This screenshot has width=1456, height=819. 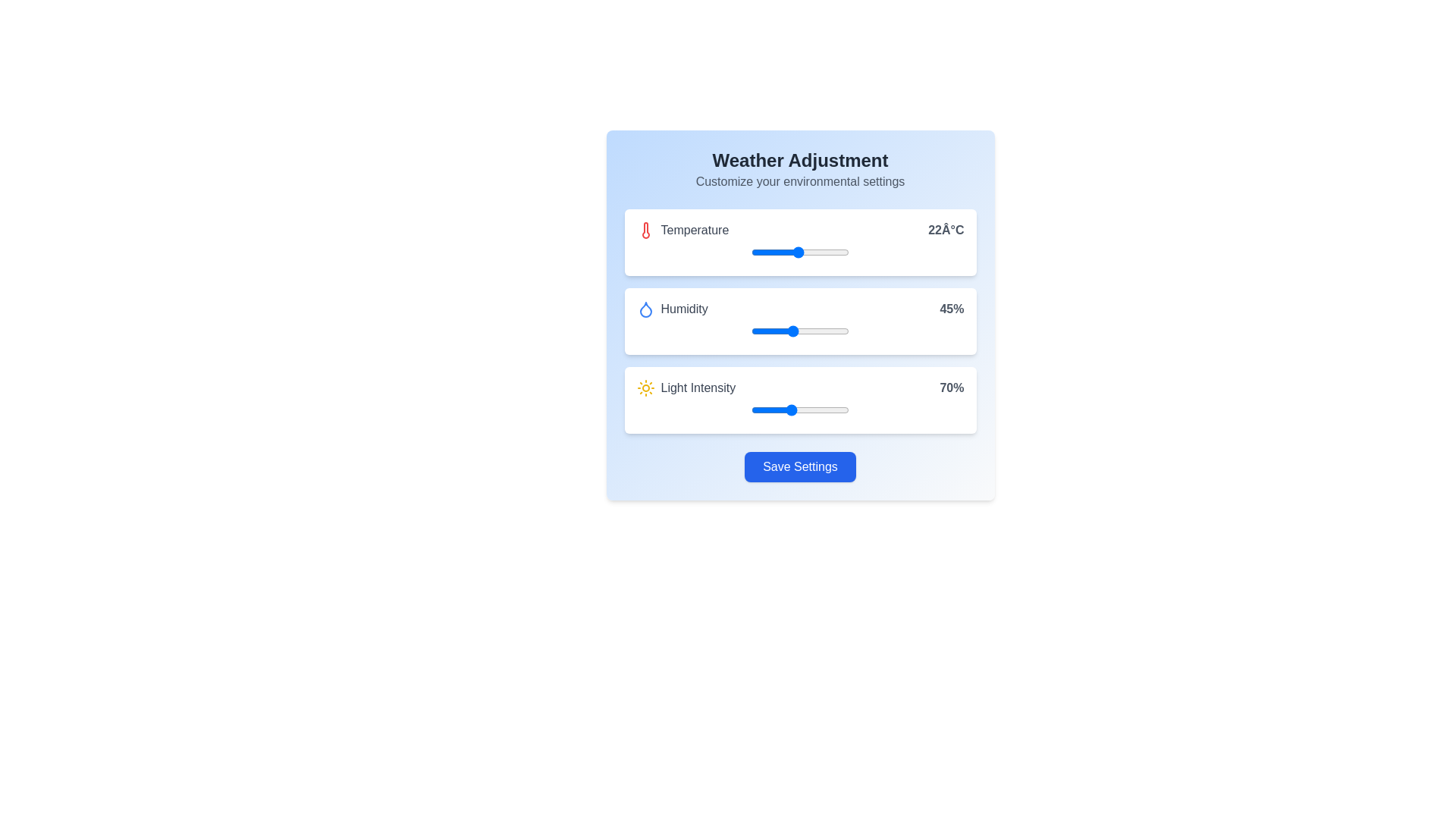 What do you see at coordinates (846, 409) in the screenshot?
I see `the light intensity` at bounding box center [846, 409].